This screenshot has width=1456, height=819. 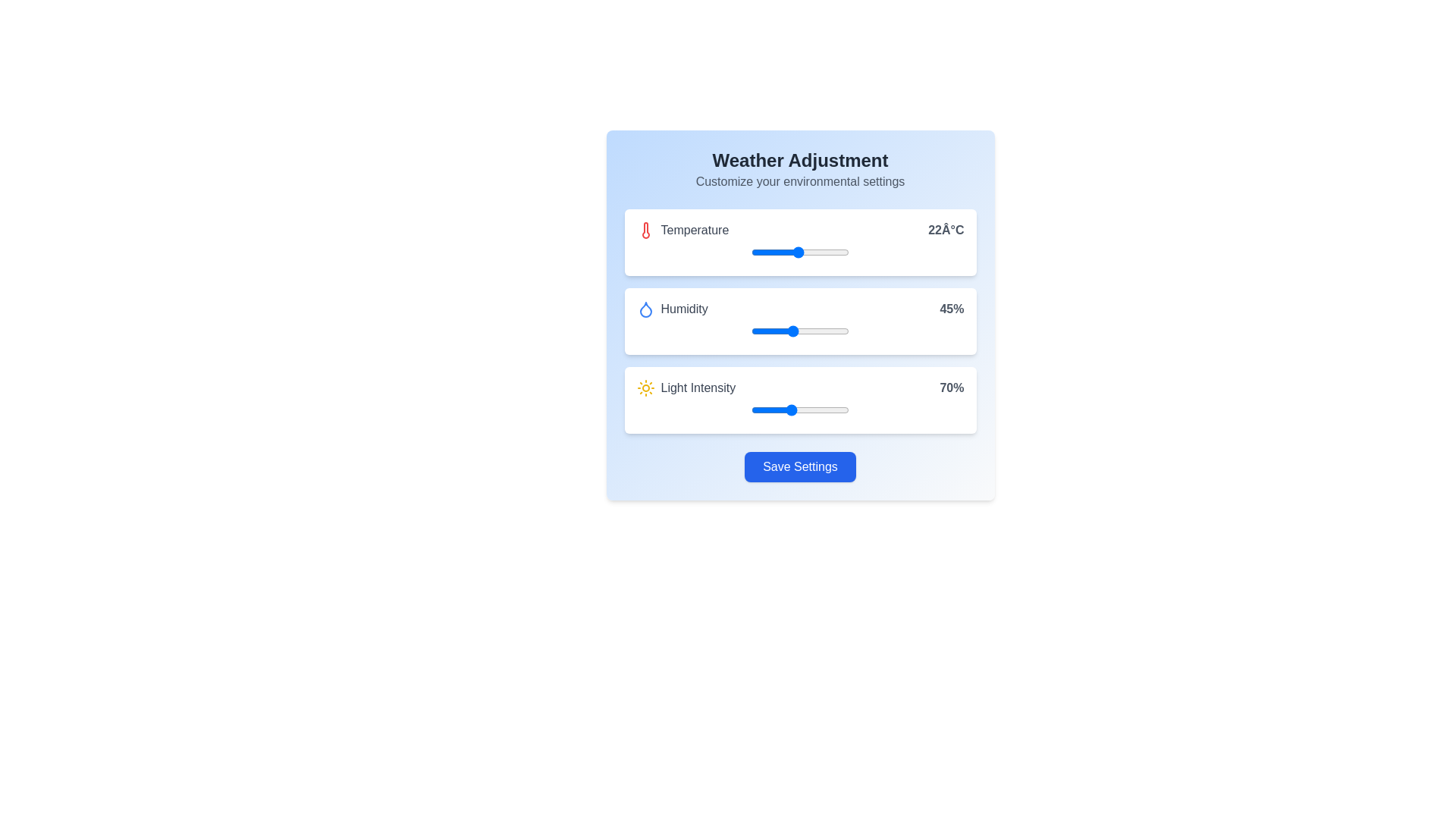 What do you see at coordinates (846, 409) in the screenshot?
I see `the light intensity` at bounding box center [846, 409].